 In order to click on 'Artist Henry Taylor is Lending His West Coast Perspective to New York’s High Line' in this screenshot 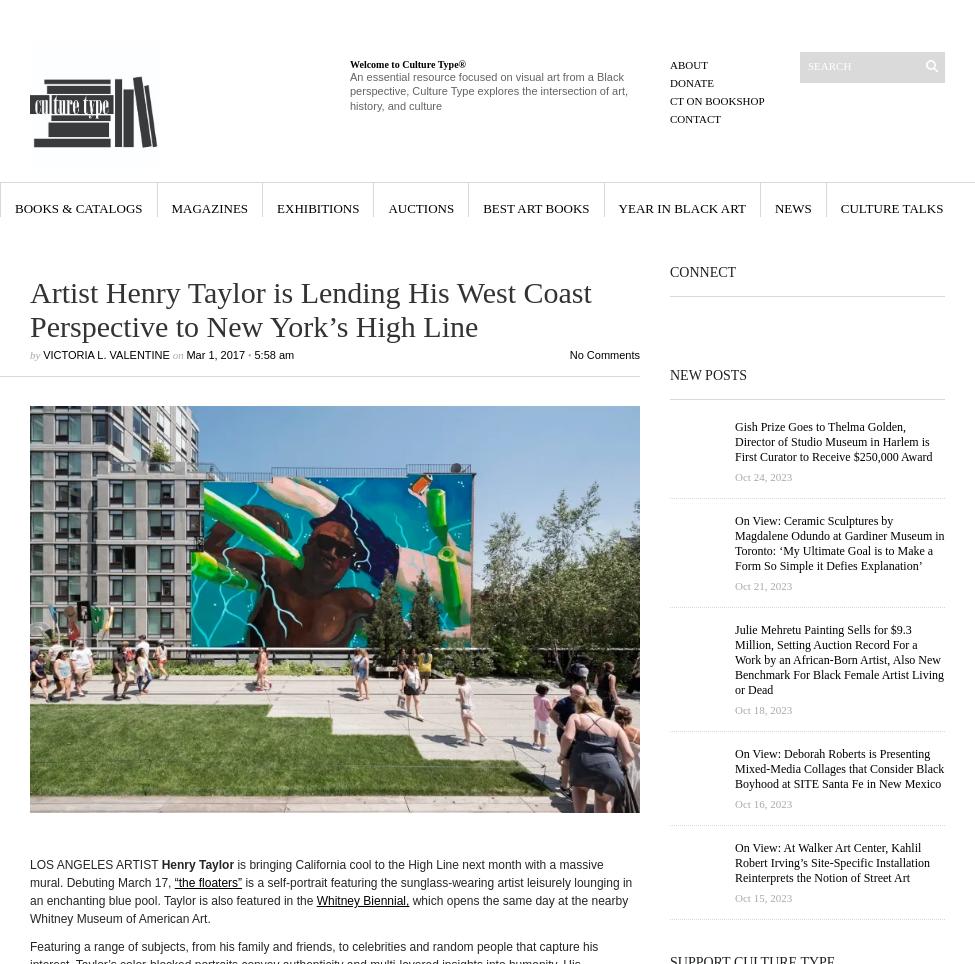, I will do `click(309, 309)`.